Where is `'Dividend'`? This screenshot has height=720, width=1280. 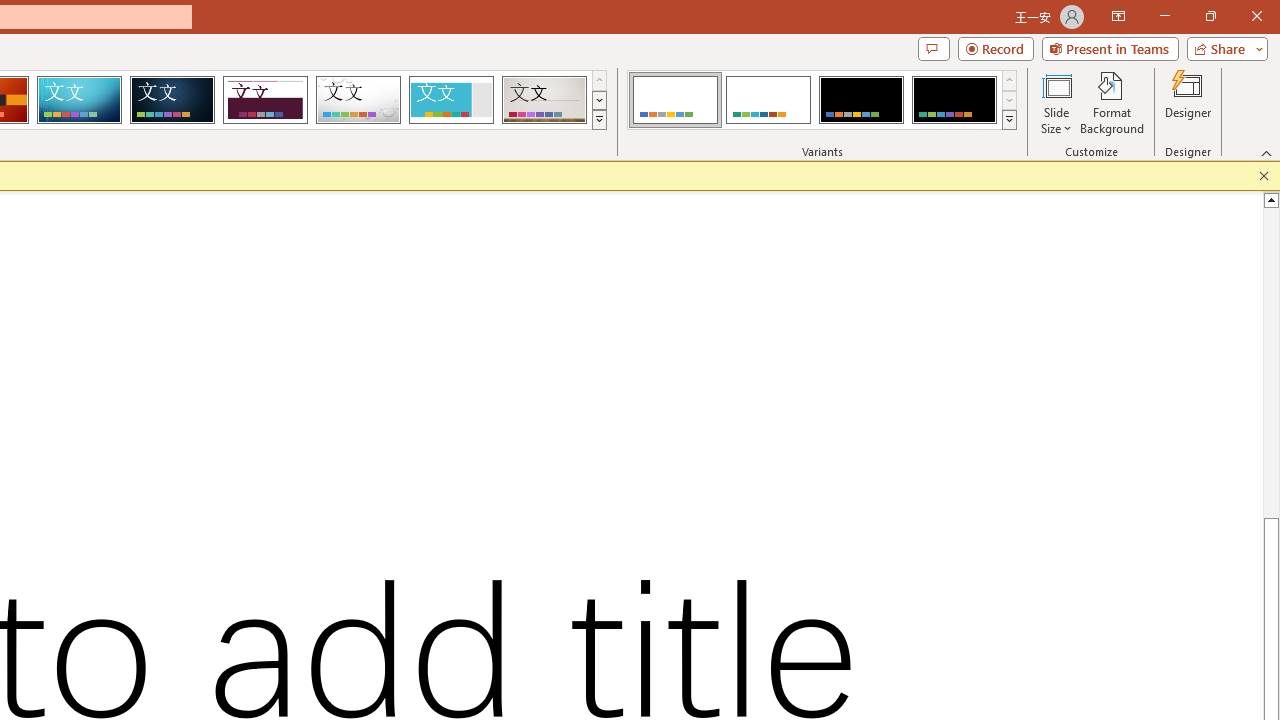 'Dividend' is located at coordinates (264, 100).